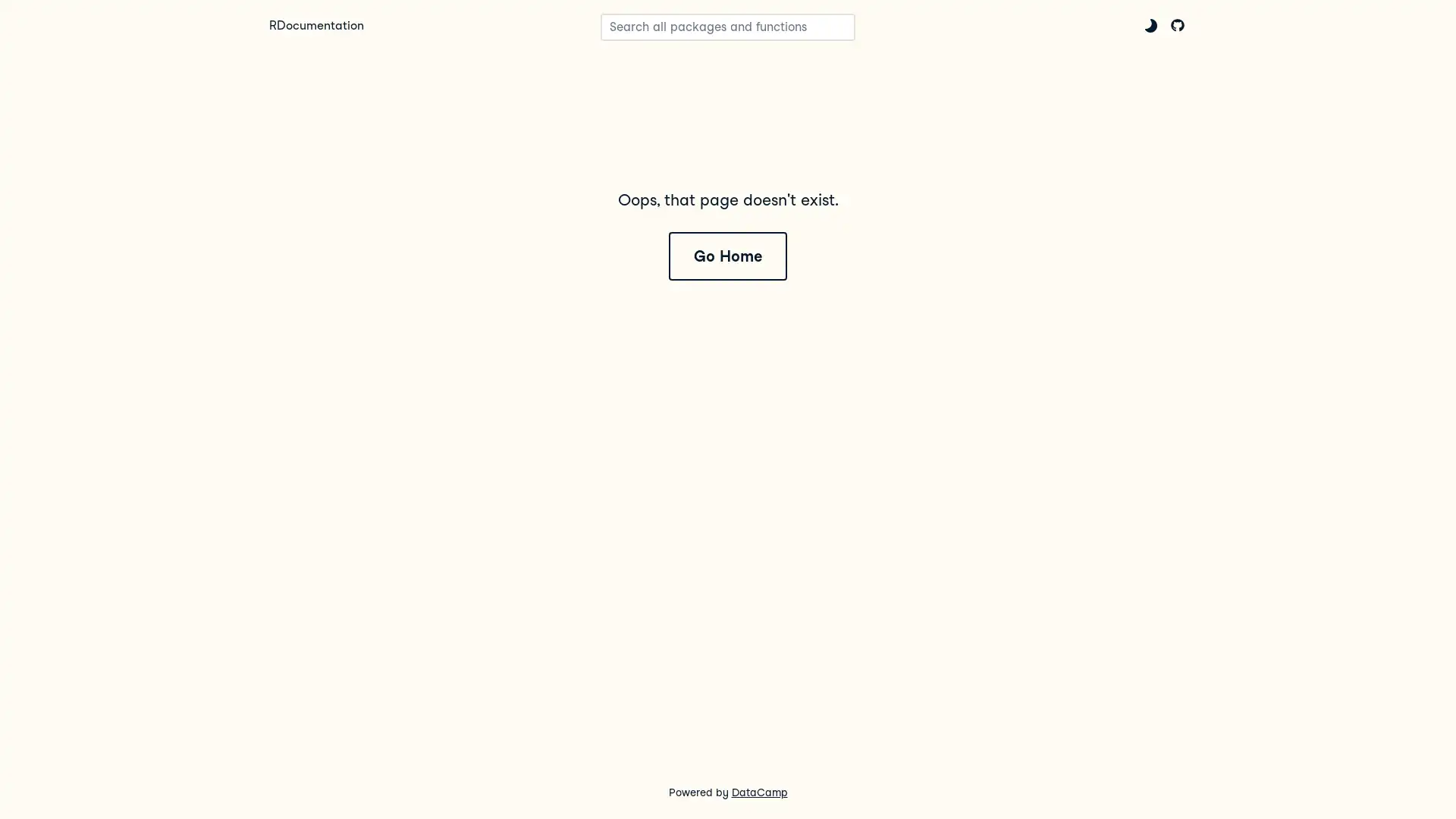 The image size is (1456, 819). Describe the element at coordinates (1150, 25) in the screenshot. I see `toggle dark mode` at that location.